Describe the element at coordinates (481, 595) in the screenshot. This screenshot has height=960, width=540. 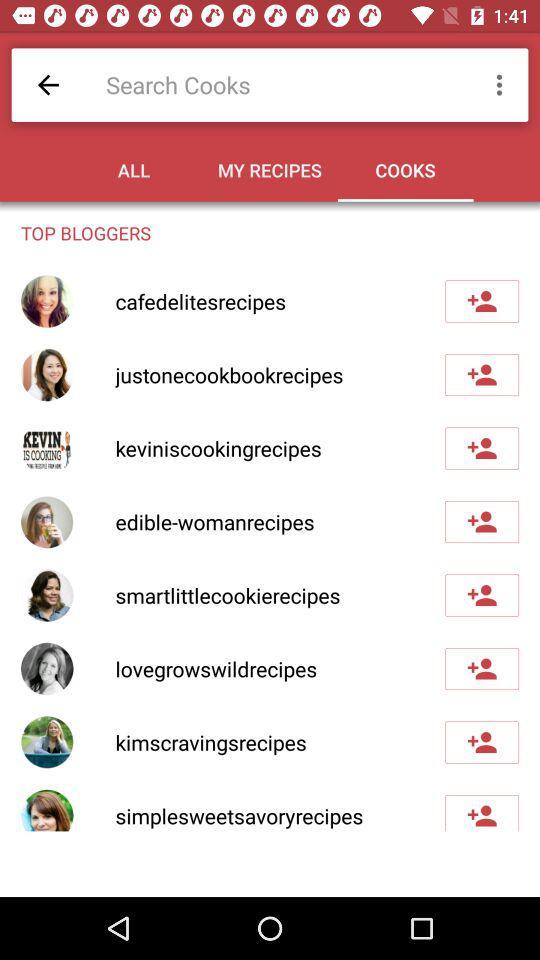
I see `friend` at that location.